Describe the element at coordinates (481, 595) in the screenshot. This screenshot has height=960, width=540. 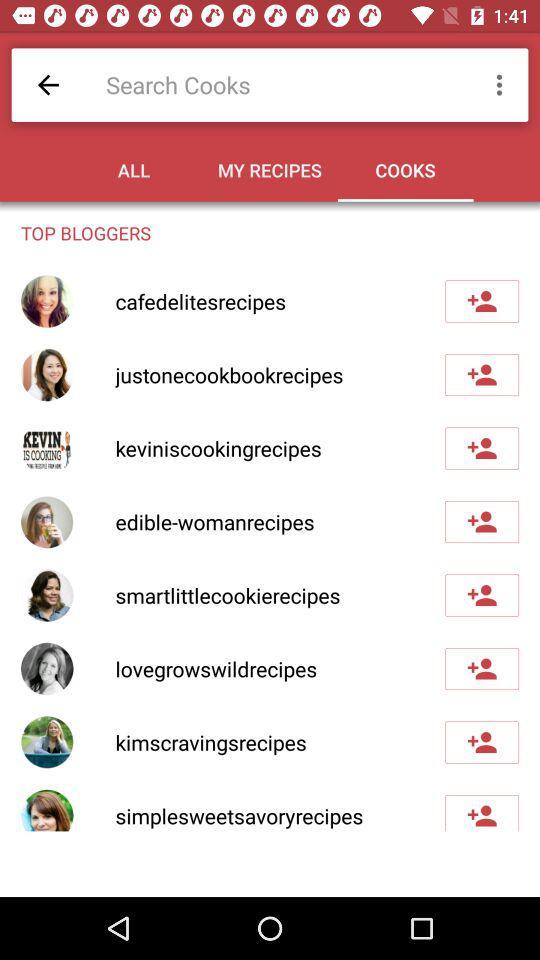
I see `friend` at that location.